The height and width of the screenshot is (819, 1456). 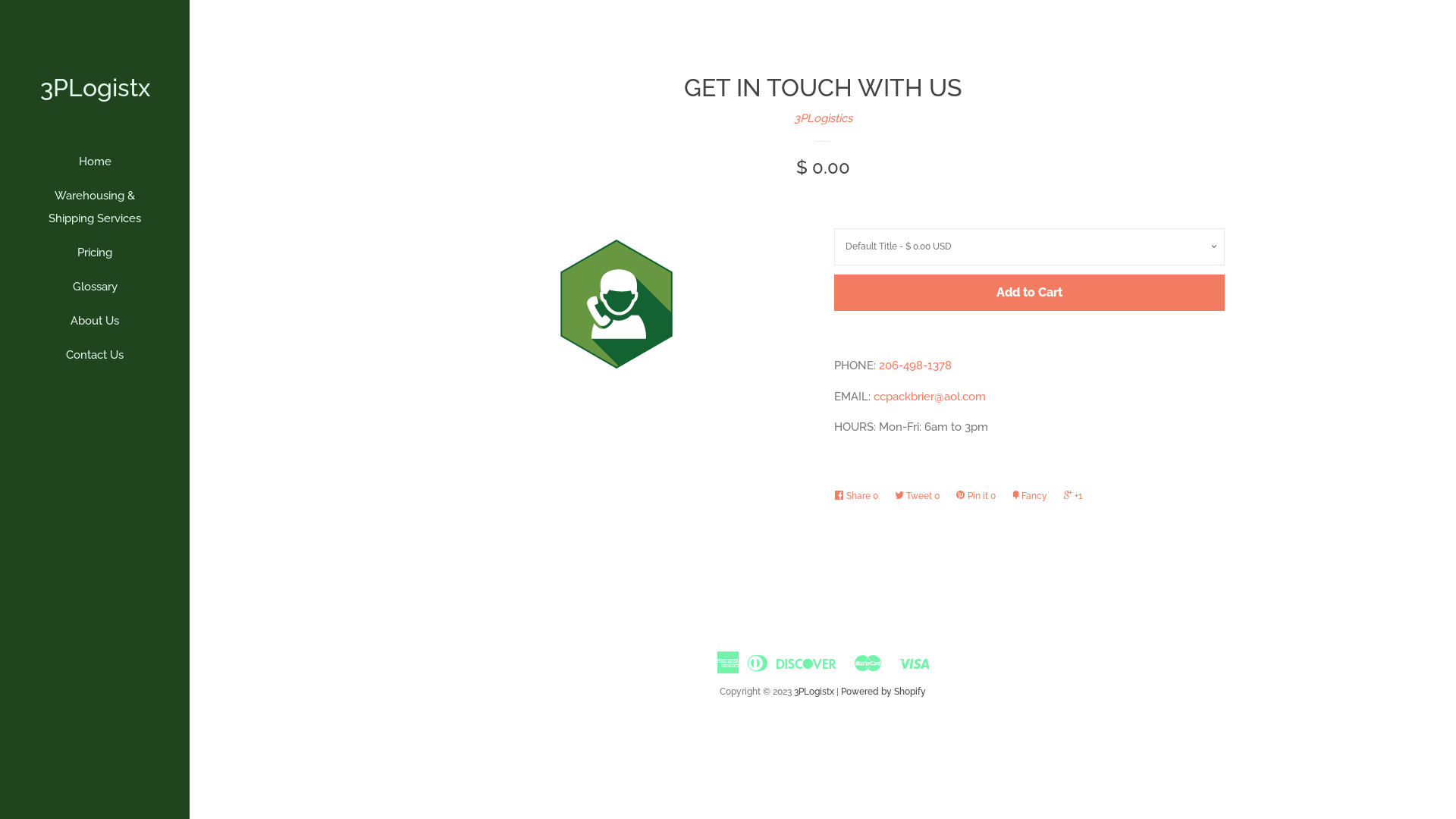 What do you see at coordinates (859, 496) in the screenshot?
I see `'Share 0'` at bounding box center [859, 496].